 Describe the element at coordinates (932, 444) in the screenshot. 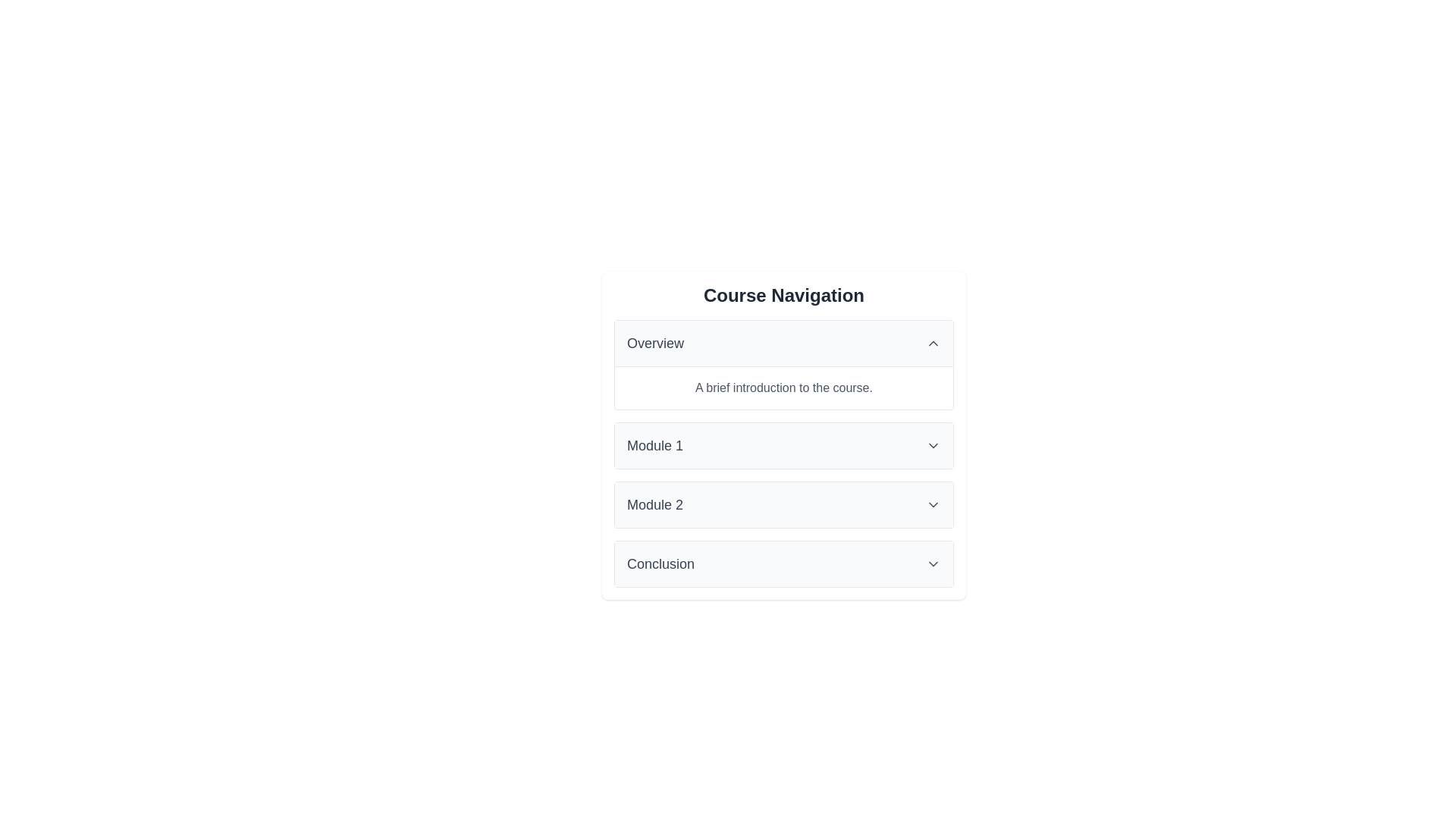

I see `the downward-facing gray chevron icon located to the right of the text 'Module 1'` at that location.